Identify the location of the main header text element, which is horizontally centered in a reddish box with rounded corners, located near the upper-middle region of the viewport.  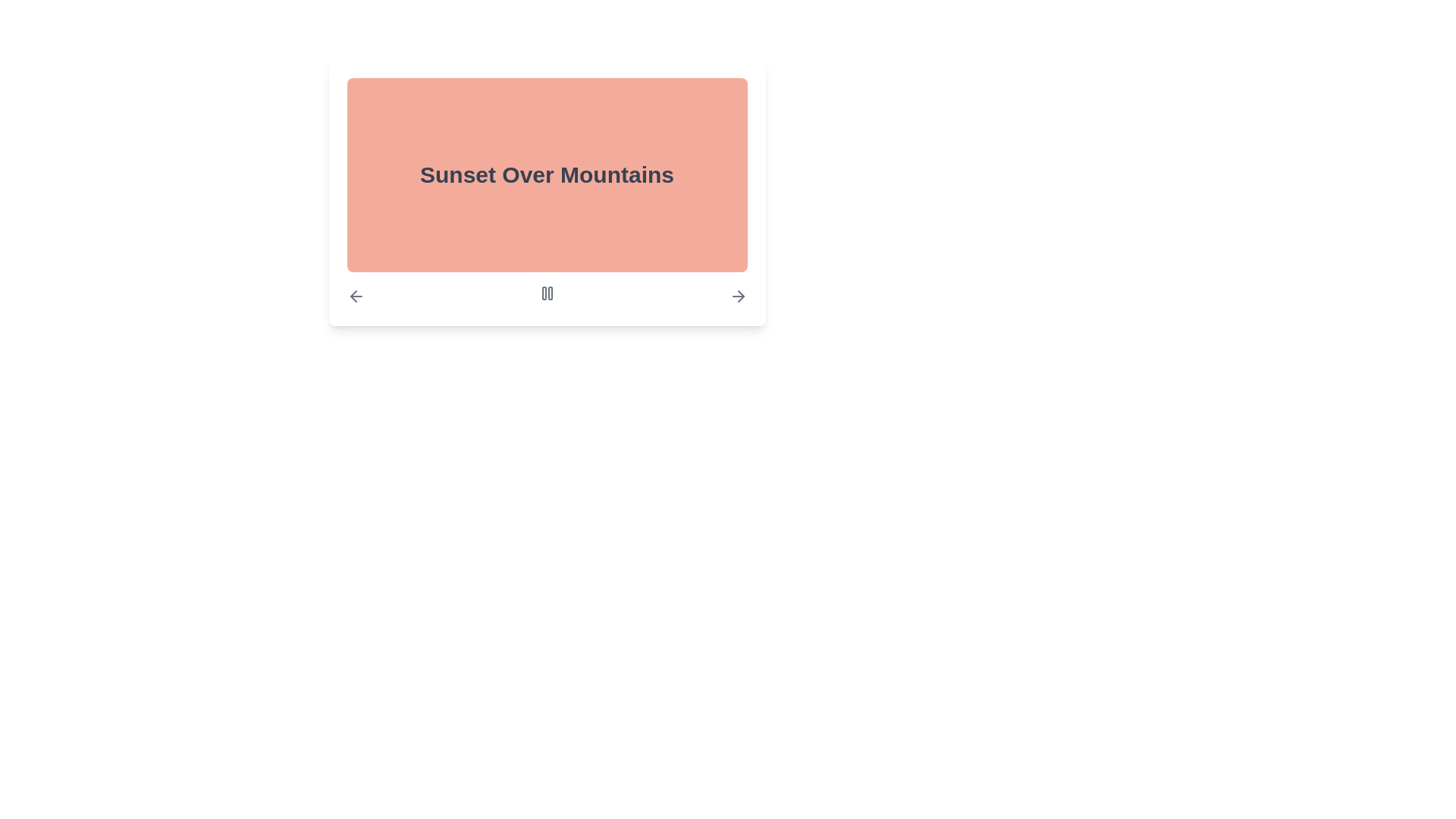
(546, 174).